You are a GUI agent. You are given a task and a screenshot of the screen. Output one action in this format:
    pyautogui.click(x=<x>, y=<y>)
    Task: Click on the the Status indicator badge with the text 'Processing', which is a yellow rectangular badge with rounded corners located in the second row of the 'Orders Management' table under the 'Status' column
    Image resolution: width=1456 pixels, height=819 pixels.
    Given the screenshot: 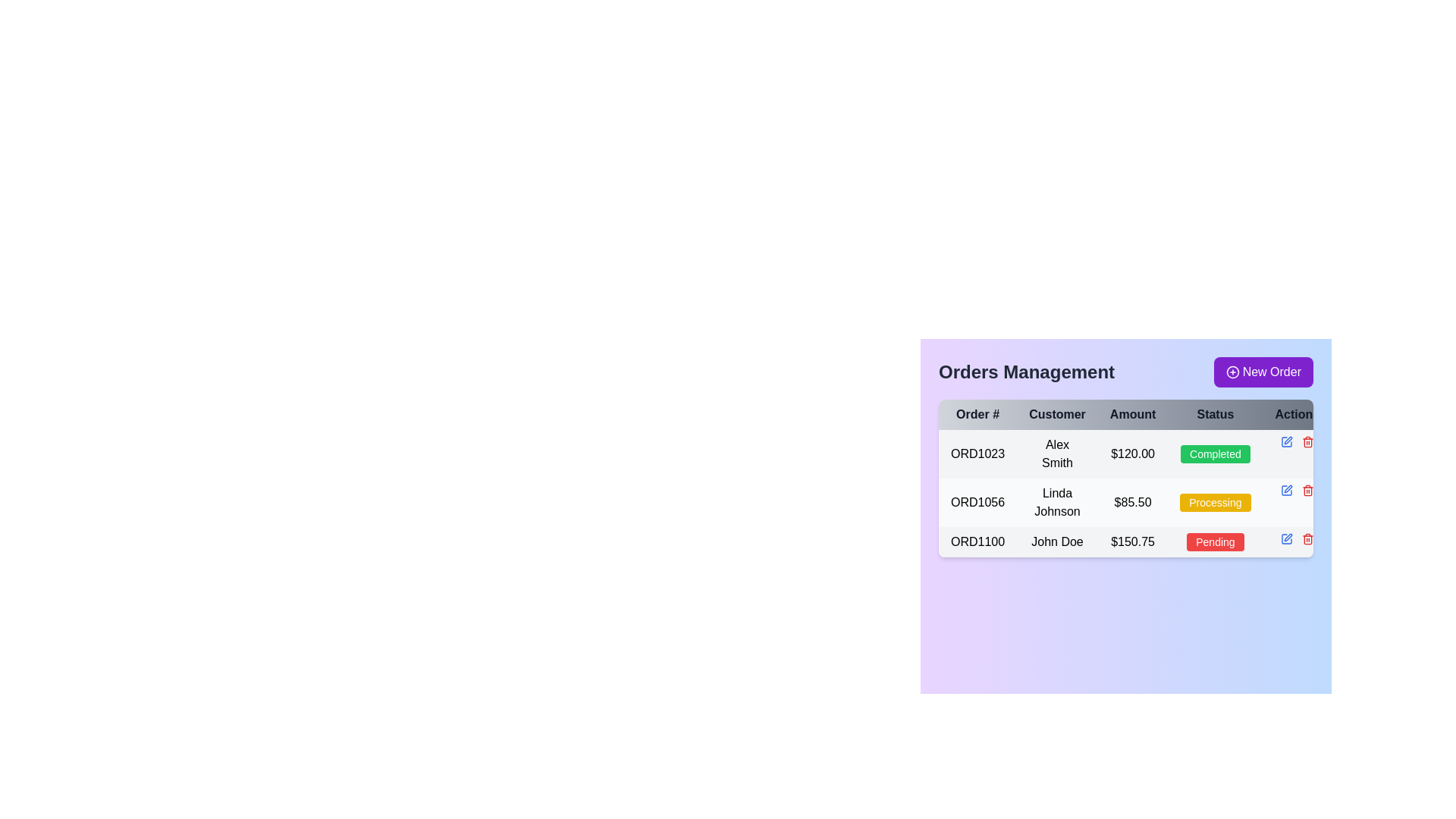 What is the action you would take?
    pyautogui.click(x=1215, y=503)
    